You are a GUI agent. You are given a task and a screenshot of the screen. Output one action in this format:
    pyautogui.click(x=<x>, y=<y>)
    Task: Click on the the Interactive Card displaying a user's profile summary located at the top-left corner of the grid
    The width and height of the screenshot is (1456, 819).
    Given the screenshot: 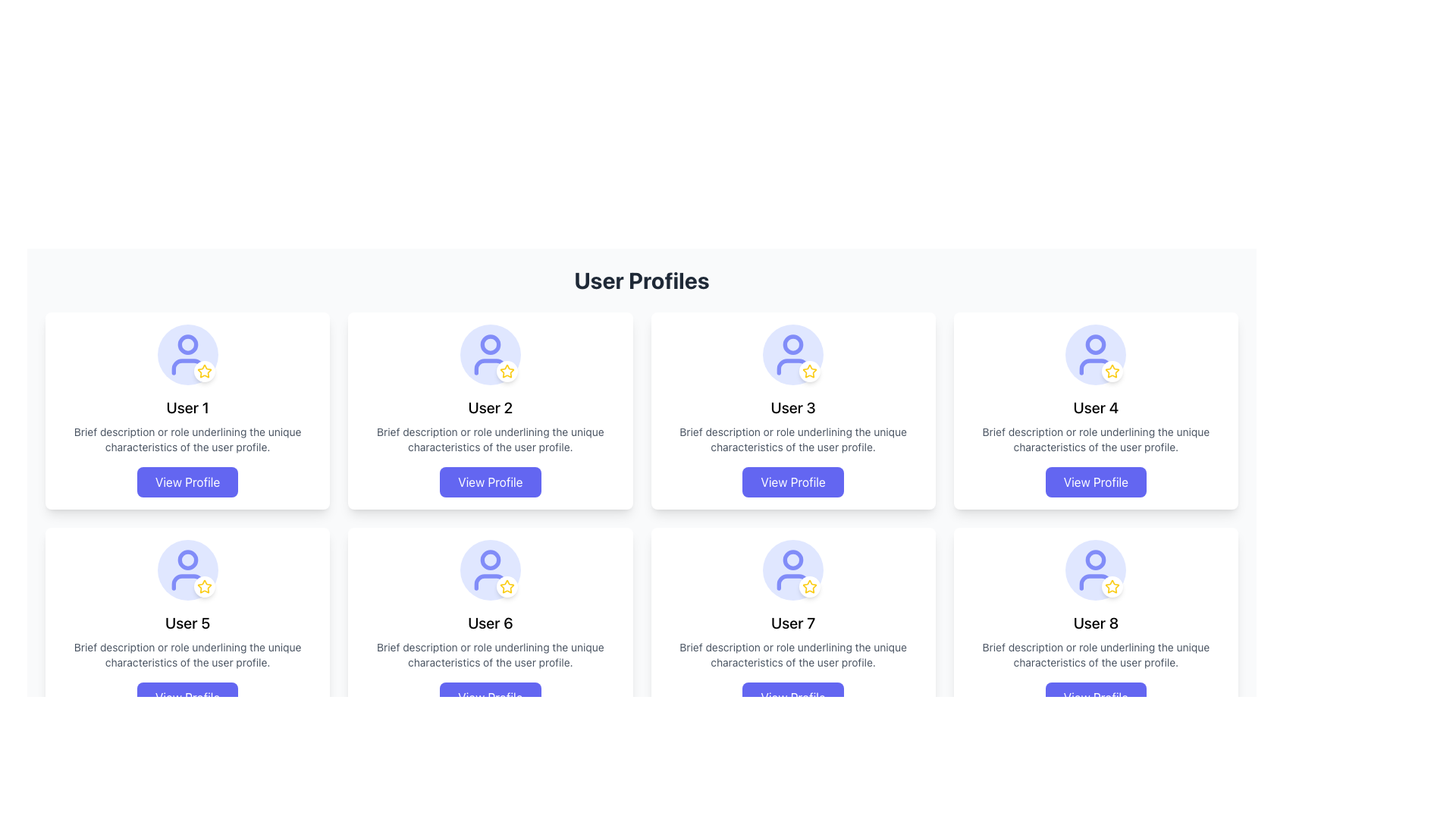 What is the action you would take?
    pyautogui.click(x=187, y=411)
    